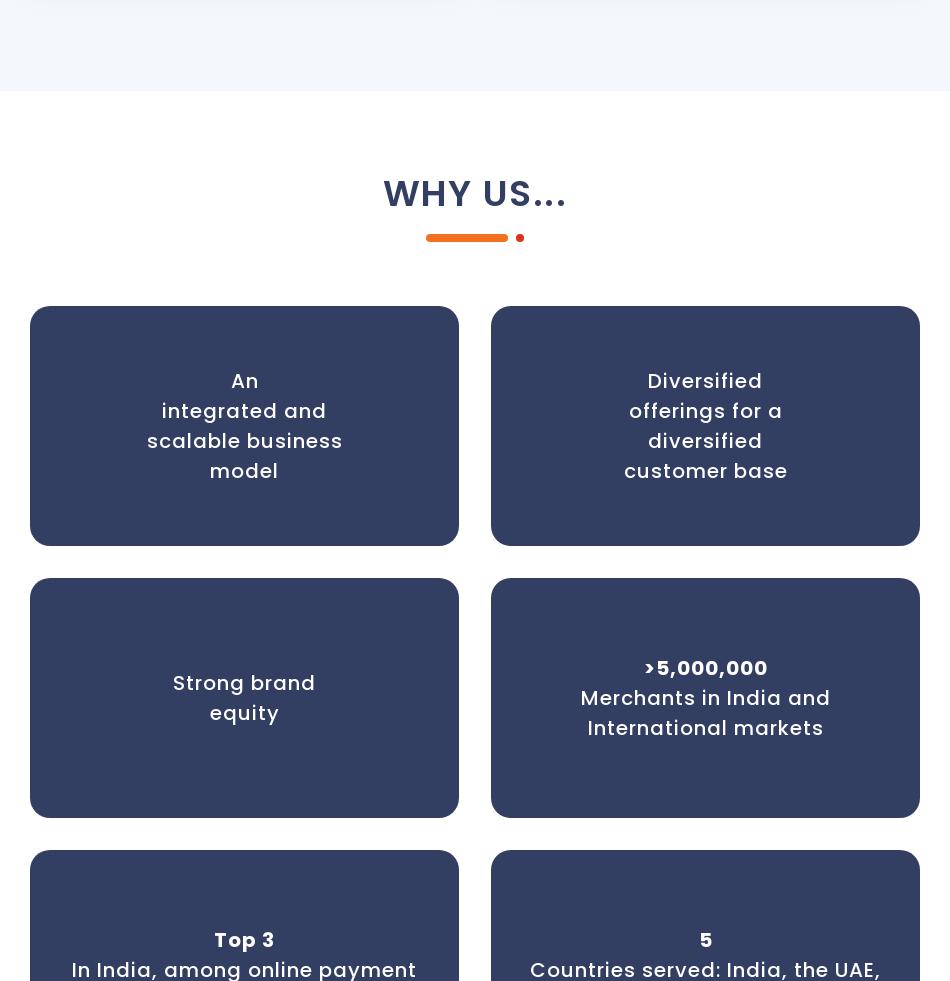 This screenshot has height=981, width=950. What do you see at coordinates (229, 380) in the screenshot?
I see `'An'` at bounding box center [229, 380].